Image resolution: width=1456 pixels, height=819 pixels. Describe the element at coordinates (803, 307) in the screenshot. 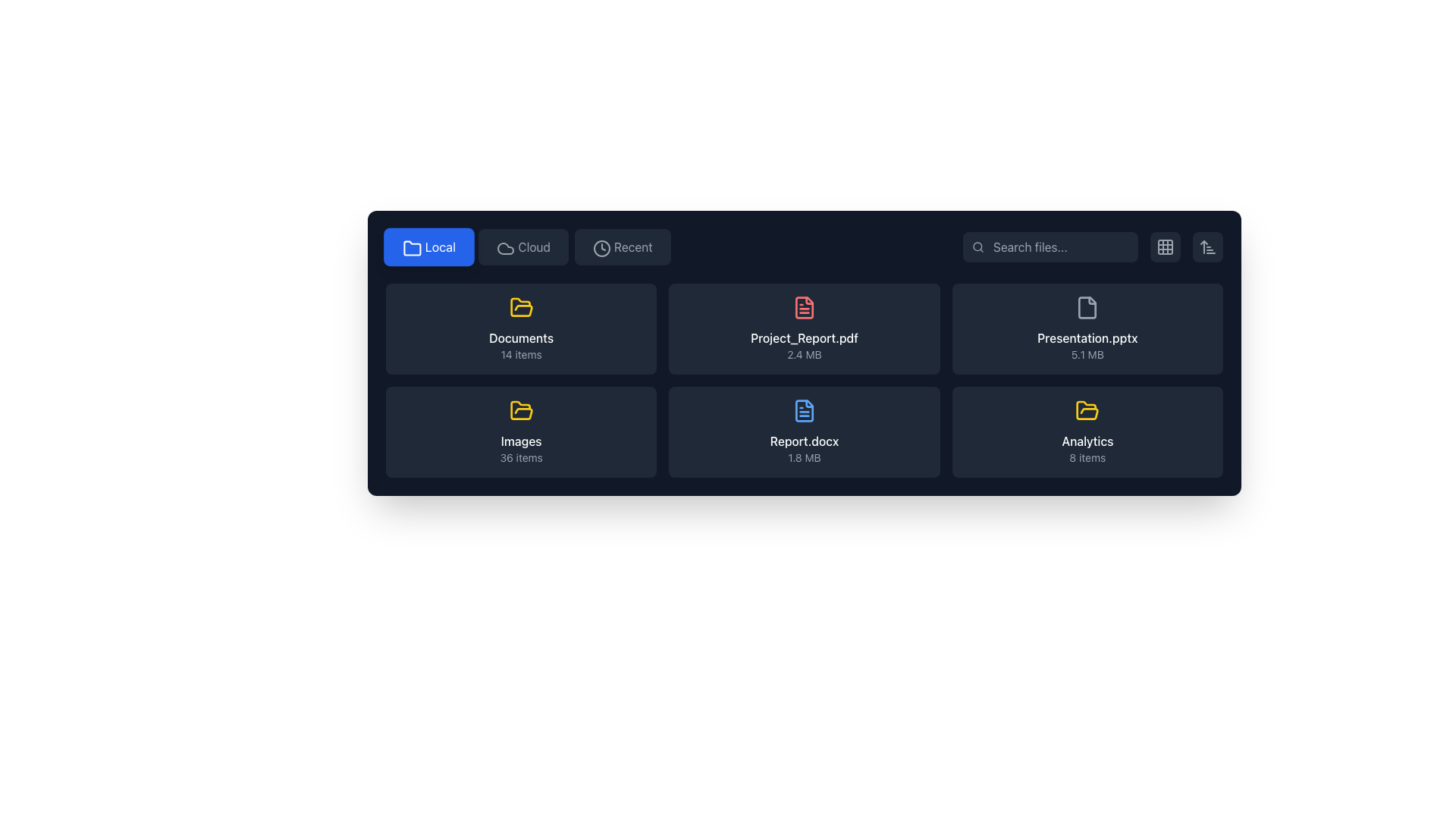

I see `the red document icon representing the 'Project_Report.pdf' file` at that location.